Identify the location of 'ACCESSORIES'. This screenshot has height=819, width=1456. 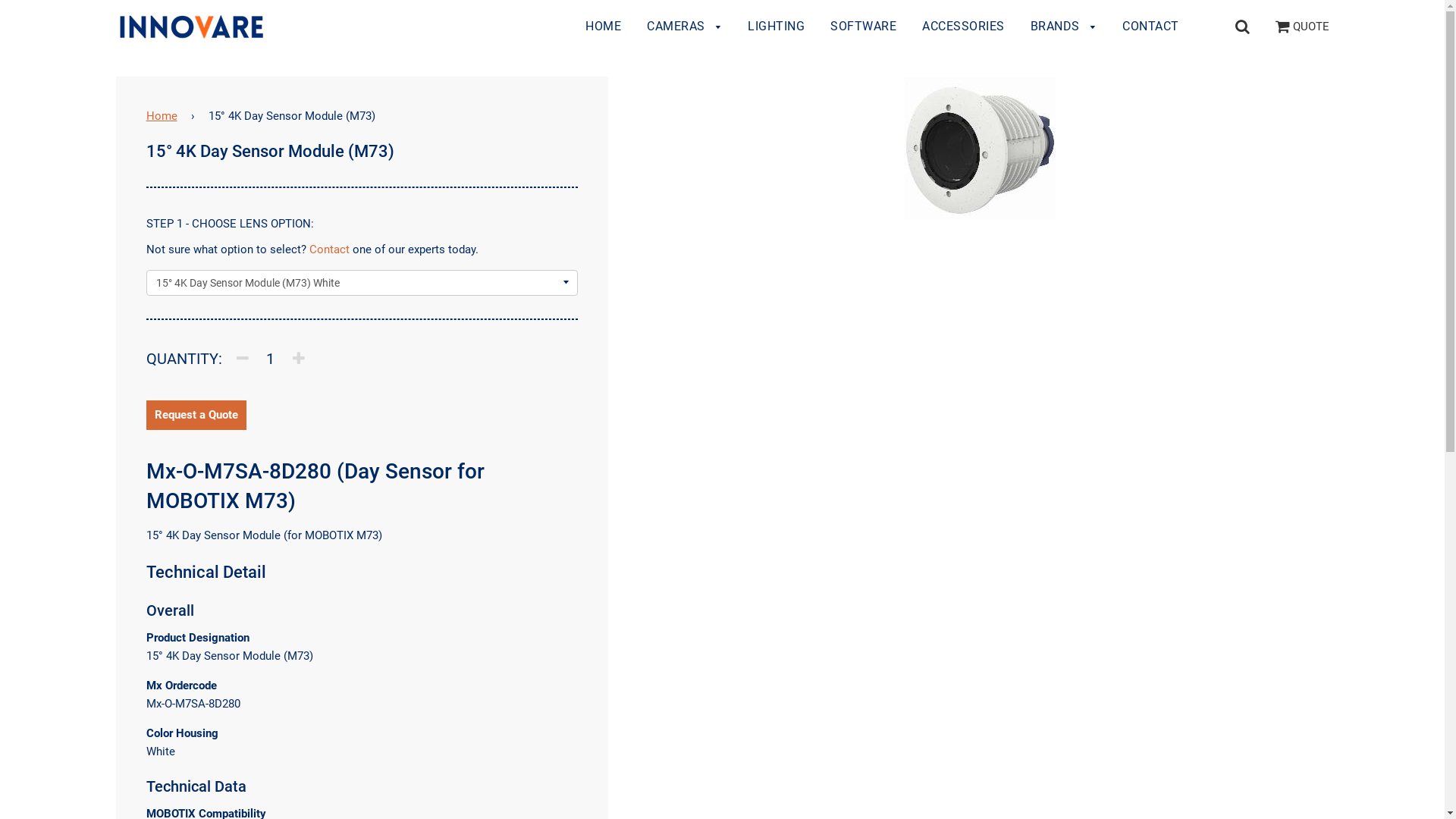
(962, 26).